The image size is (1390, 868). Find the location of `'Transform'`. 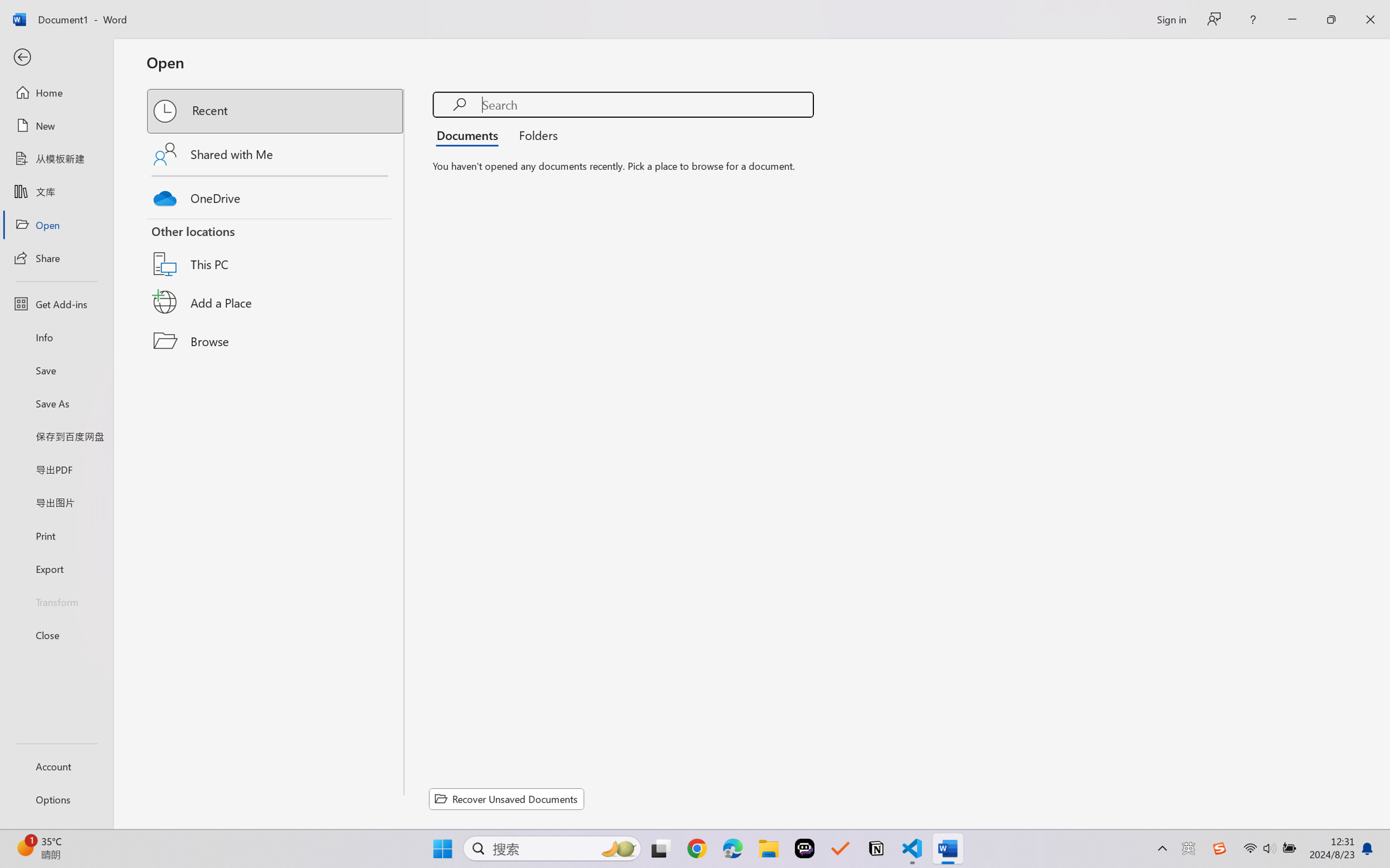

'Transform' is located at coordinates (56, 600).